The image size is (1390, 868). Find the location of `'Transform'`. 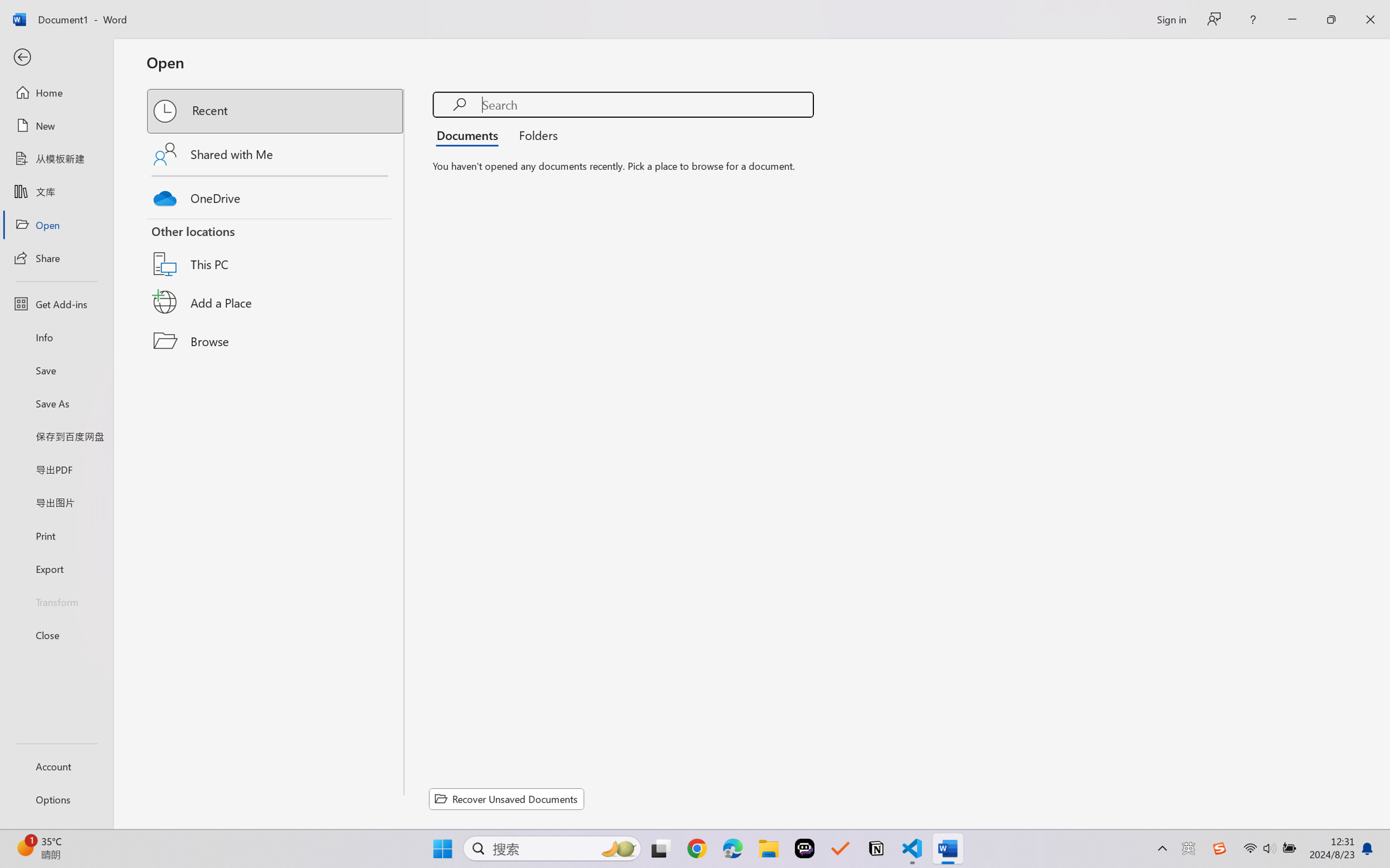

'Transform' is located at coordinates (56, 600).